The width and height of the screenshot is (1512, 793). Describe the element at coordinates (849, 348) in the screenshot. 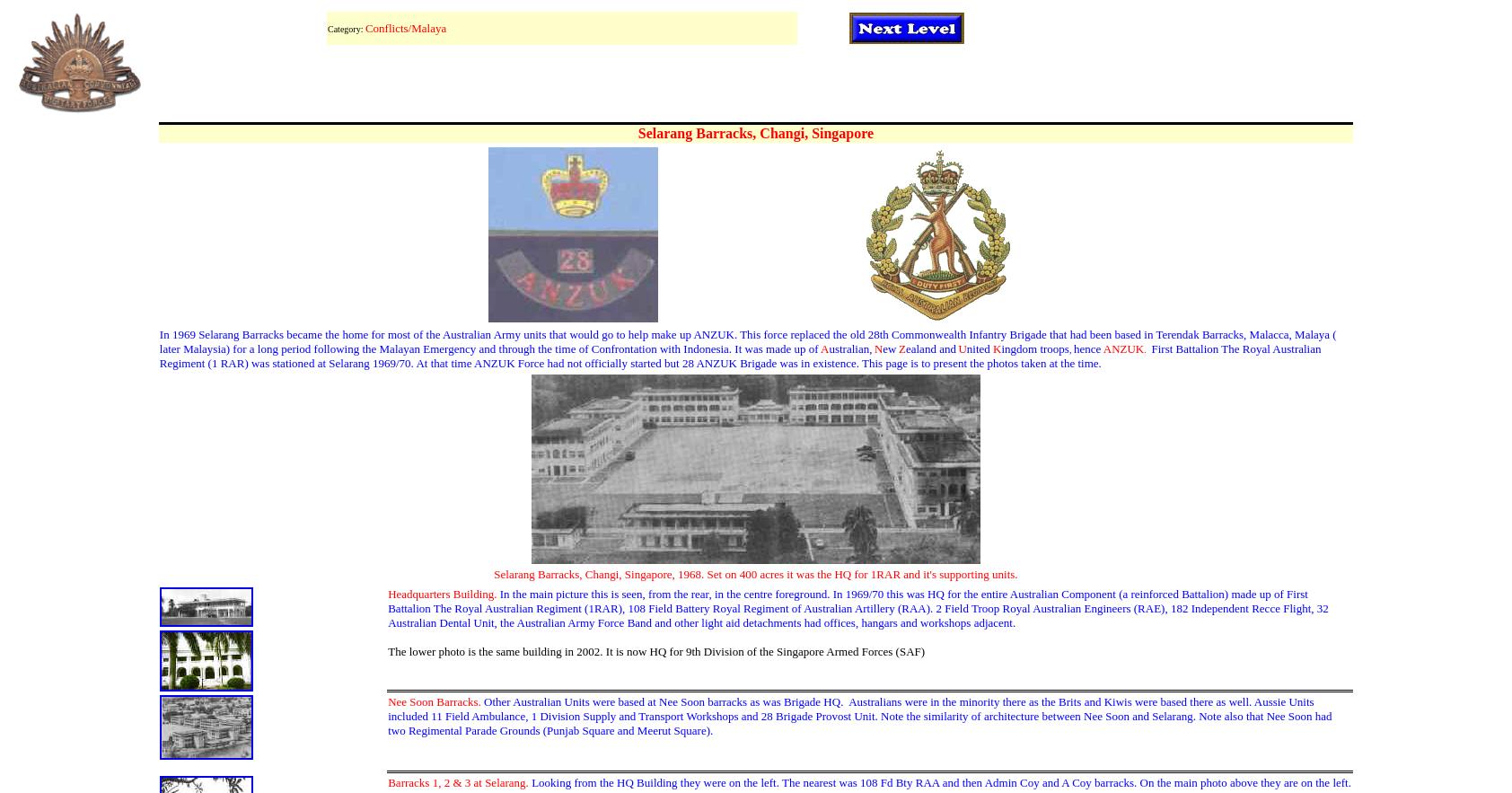

I see `'ustralian,'` at that location.